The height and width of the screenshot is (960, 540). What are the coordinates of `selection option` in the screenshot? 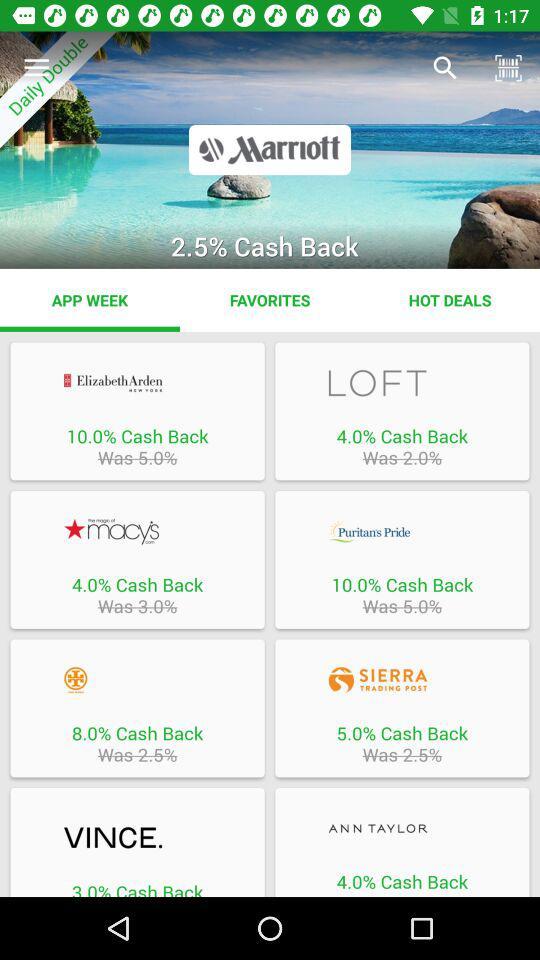 It's located at (136, 839).